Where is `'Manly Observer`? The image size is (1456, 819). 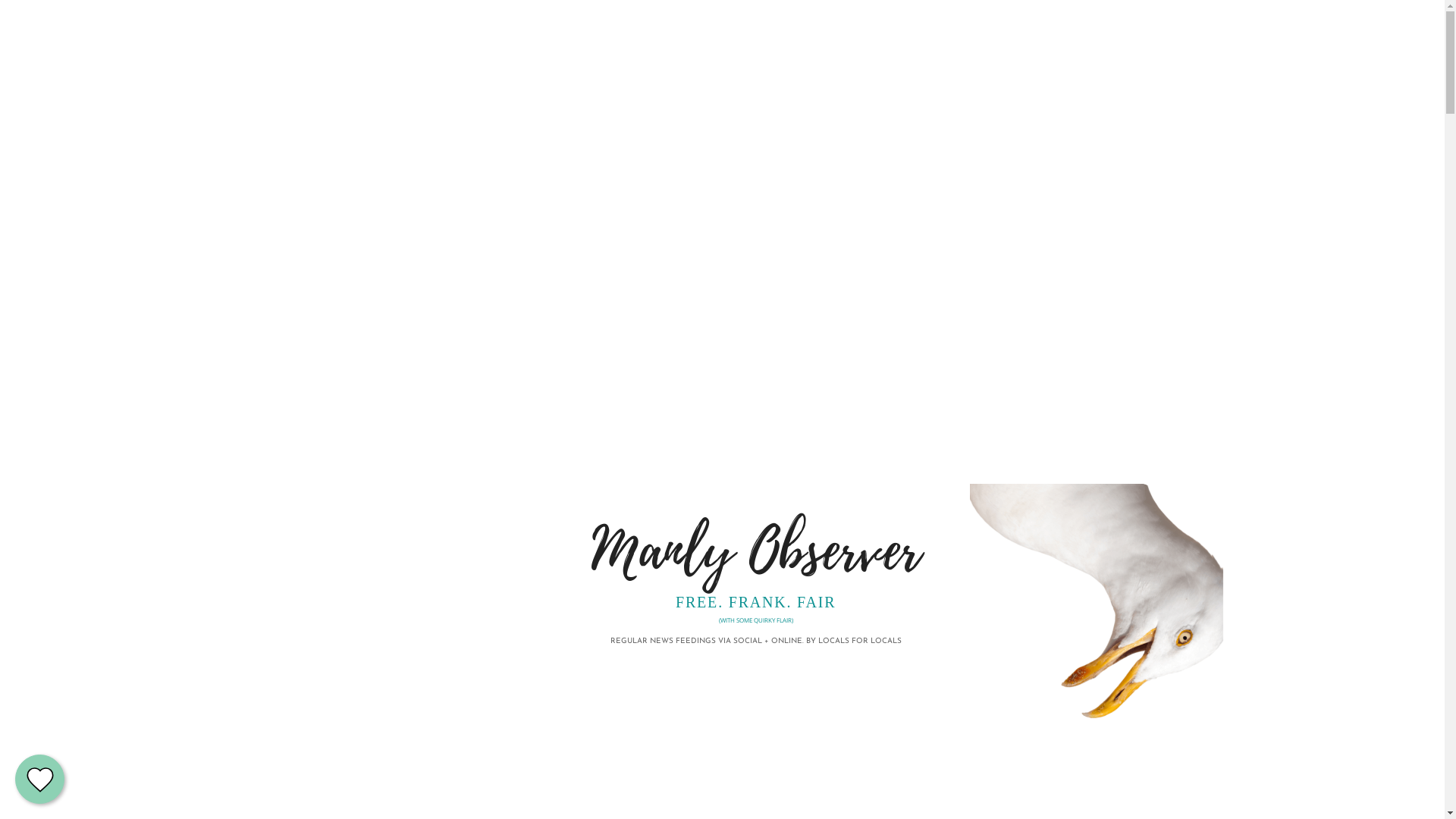
'Manly Observer is located at coordinates (755, 564).